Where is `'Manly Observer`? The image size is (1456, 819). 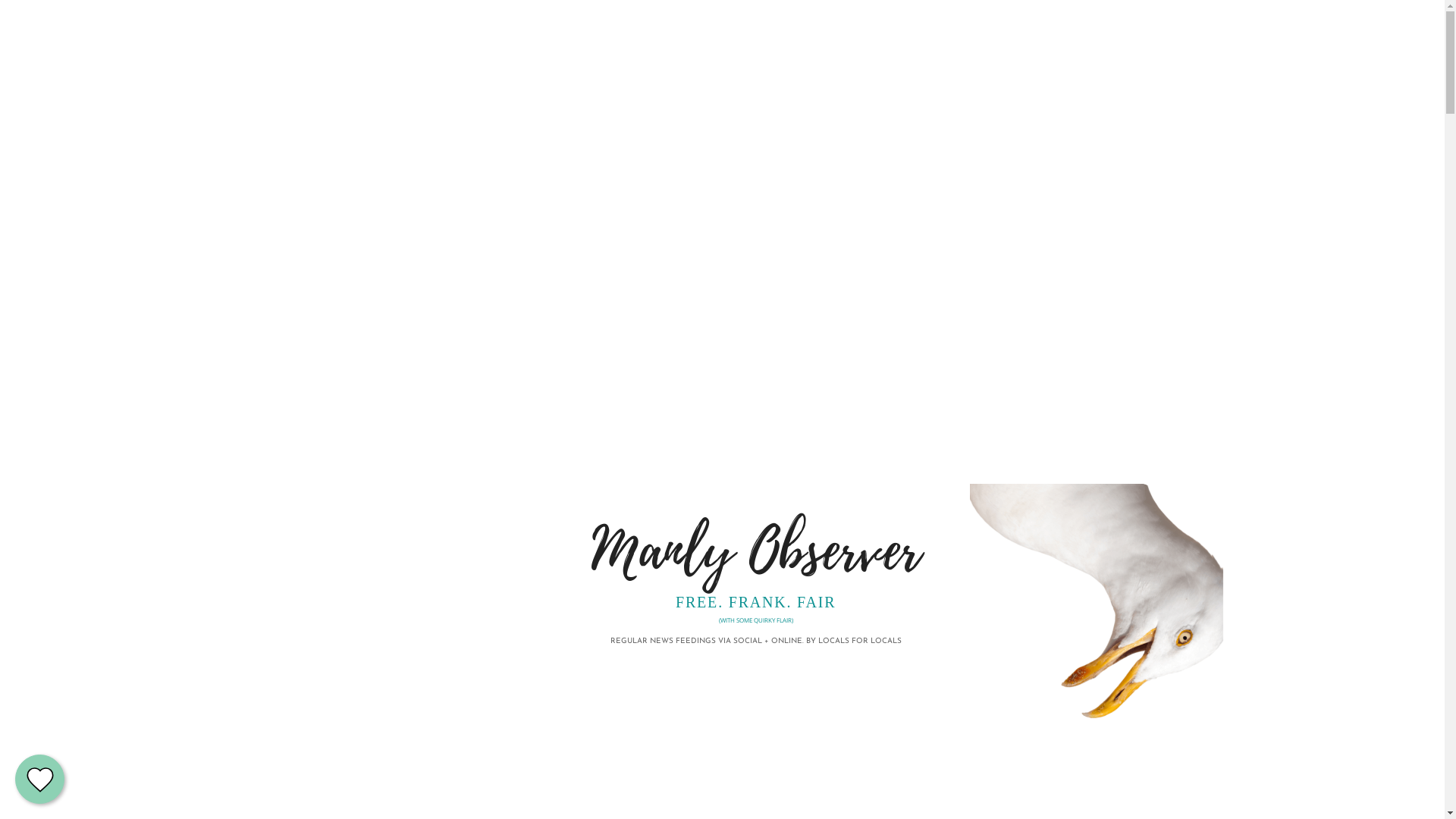
'Manly Observer is located at coordinates (755, 564).